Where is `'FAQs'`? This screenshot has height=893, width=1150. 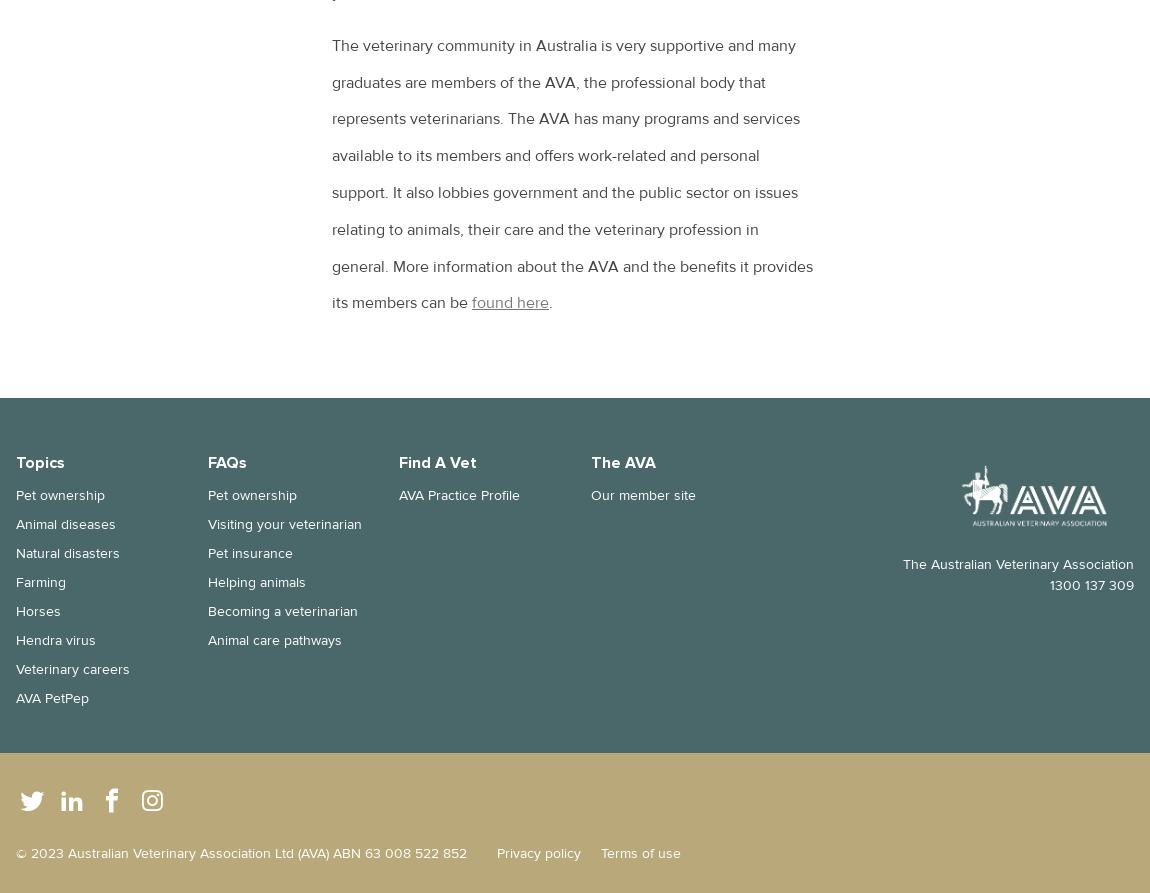 'FAQs' is located at coordinates (225, 462).